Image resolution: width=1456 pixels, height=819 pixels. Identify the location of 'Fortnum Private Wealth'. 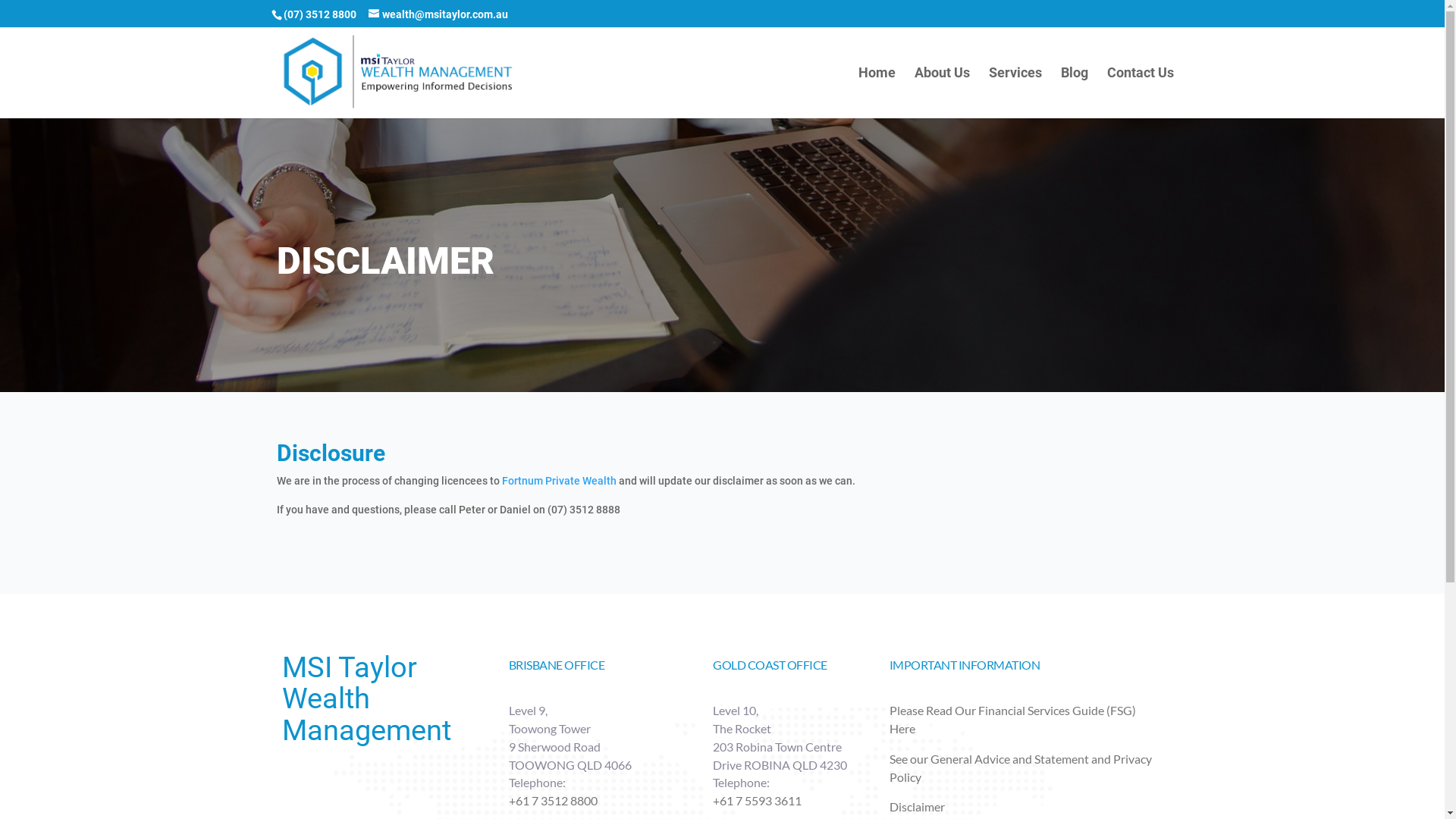
(502, 480).